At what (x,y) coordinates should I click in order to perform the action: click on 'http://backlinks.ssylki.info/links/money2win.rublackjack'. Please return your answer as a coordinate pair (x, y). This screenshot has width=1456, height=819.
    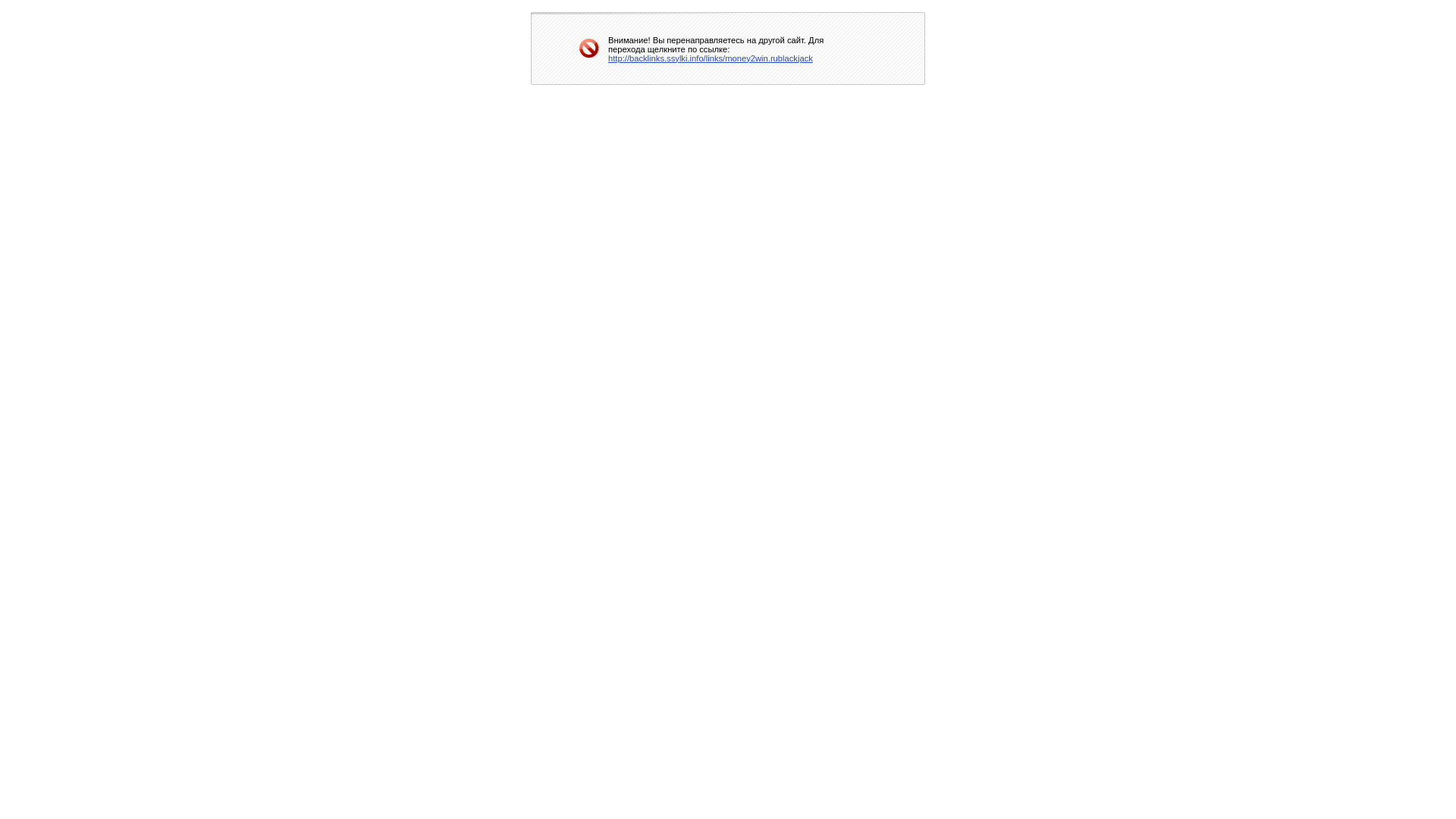
    Looking at the image, I should click on (709, 57).